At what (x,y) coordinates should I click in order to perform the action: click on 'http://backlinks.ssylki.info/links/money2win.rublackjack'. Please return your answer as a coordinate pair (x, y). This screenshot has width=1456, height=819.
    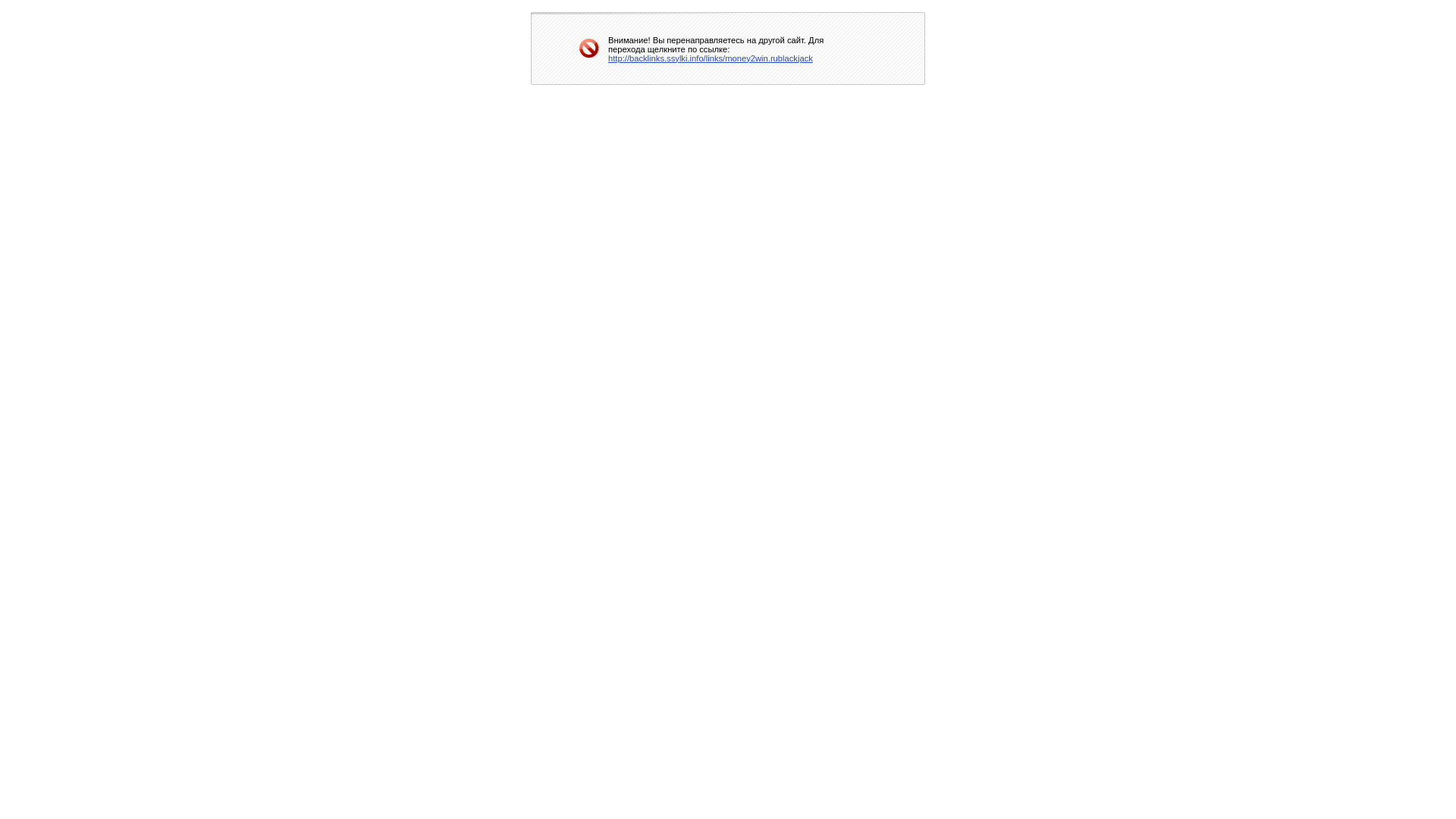
    Looking at the image, I should click on (709, 57).